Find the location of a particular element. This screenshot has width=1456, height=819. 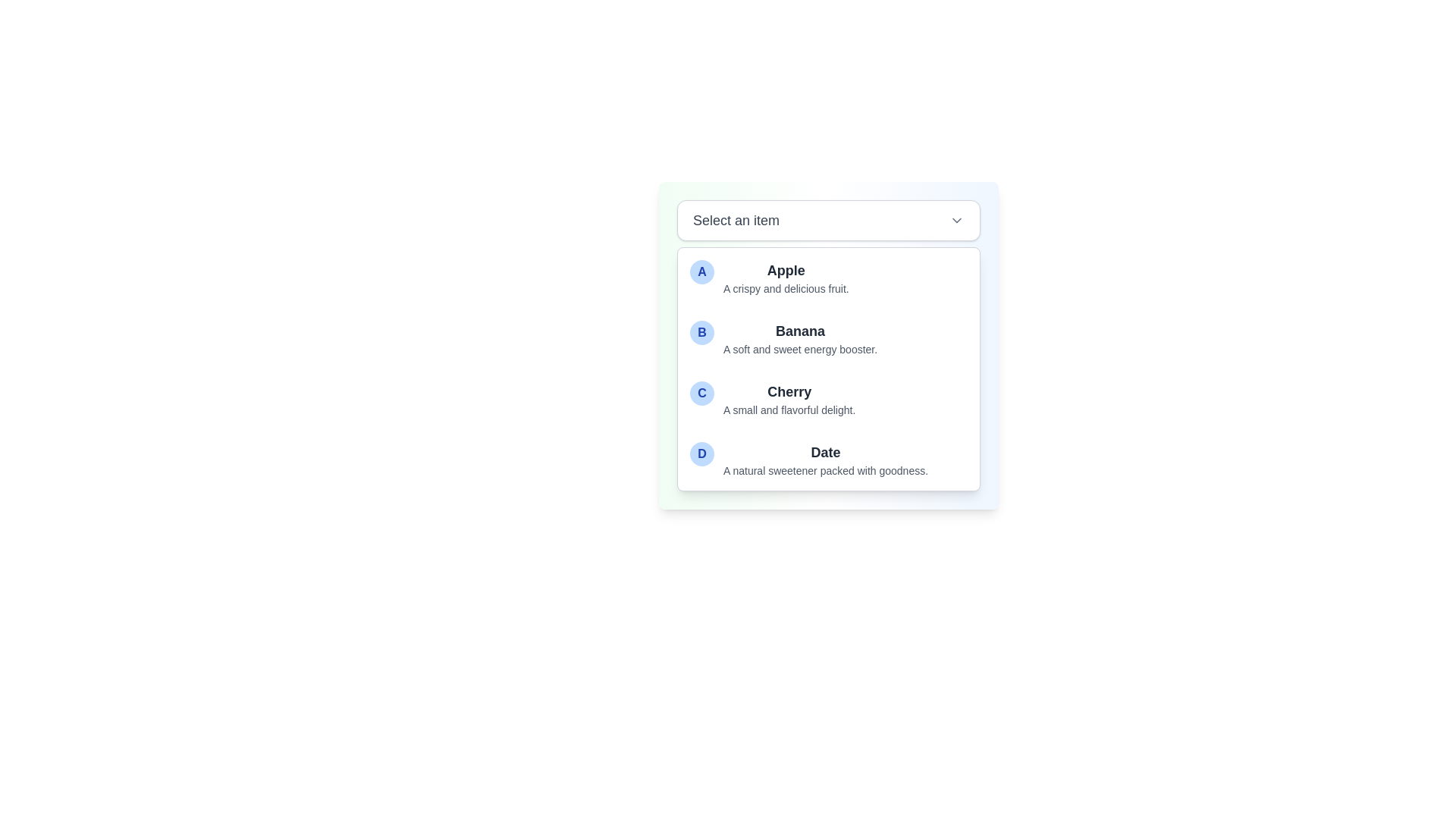

the first list item representing the fruit 'Apple' is located at coordinates (828, 278).